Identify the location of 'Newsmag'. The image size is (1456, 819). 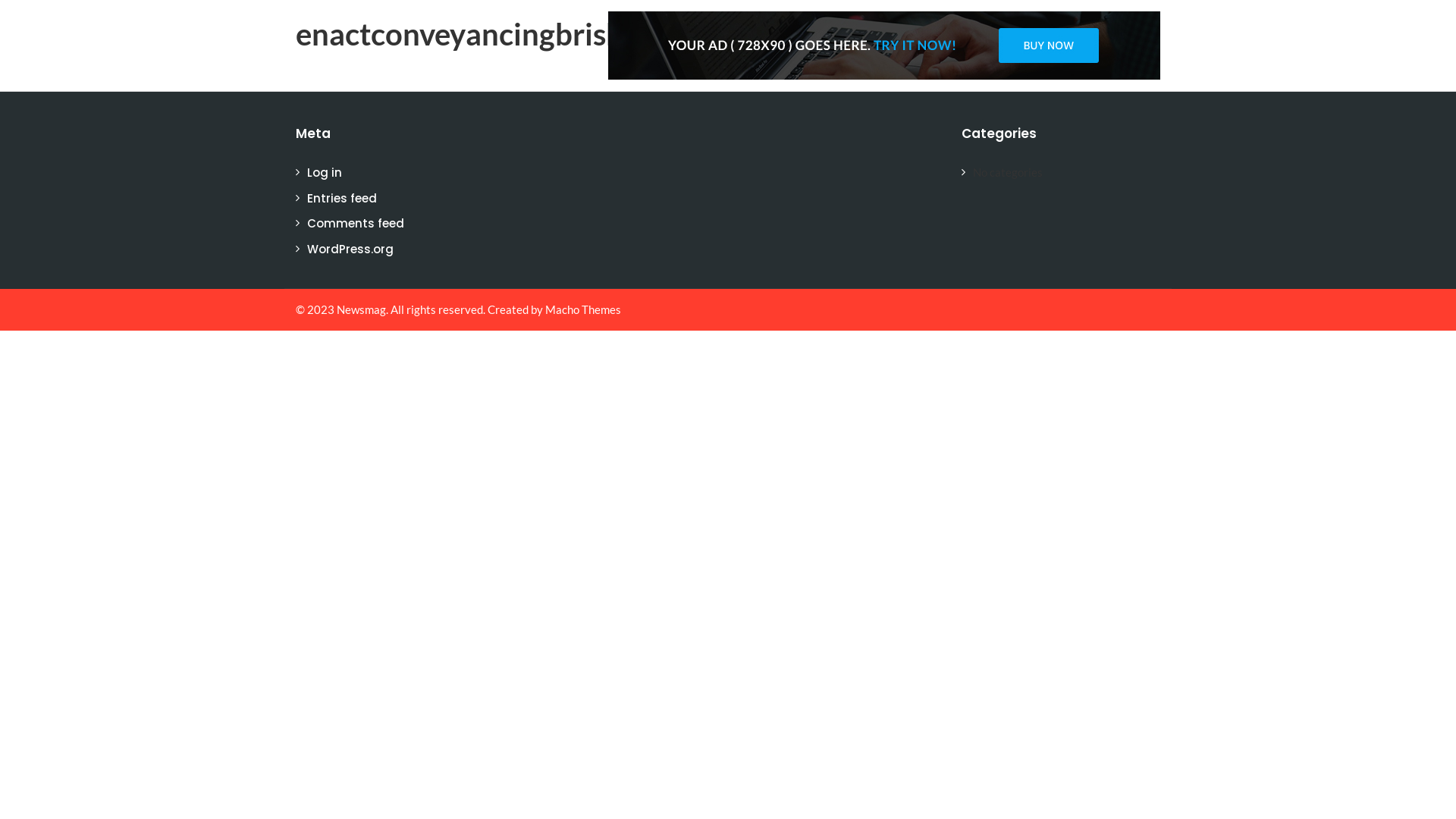
(360, 309).